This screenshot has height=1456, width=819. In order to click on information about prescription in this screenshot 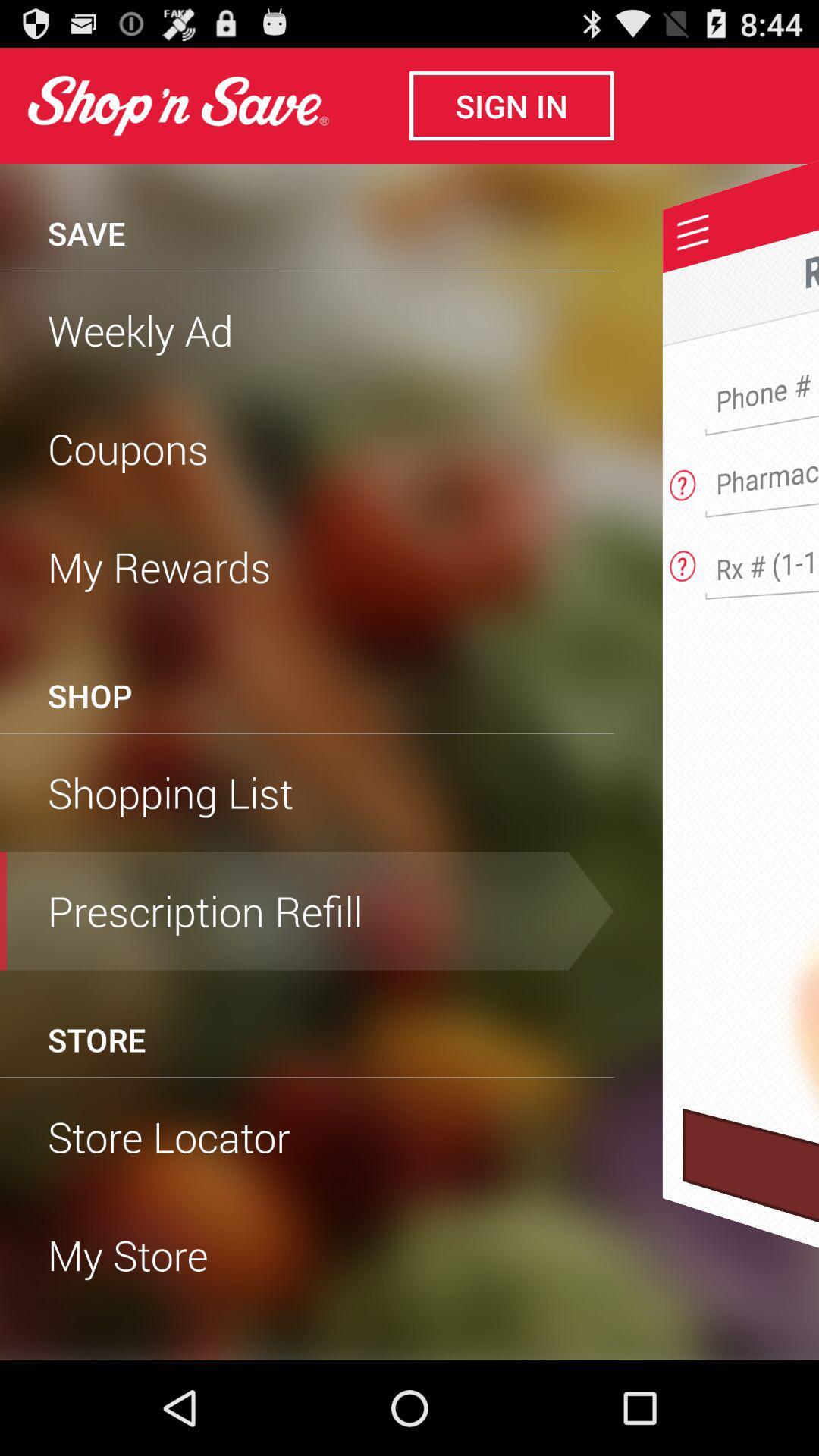, I will do `click(682, 560)`.